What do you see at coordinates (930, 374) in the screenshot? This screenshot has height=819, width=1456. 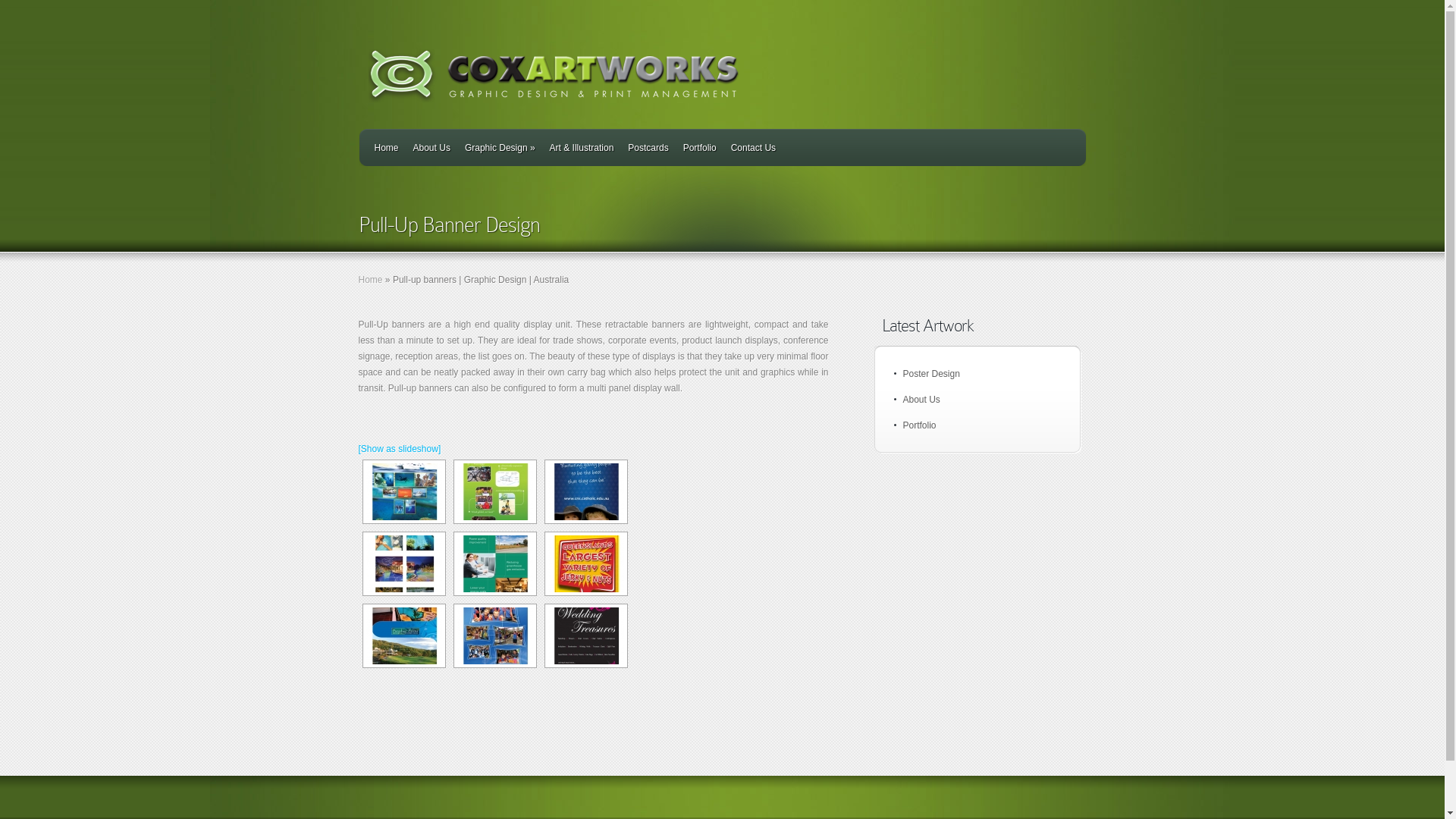 I see `'Poster Design'` at bounding box center [930, 374].